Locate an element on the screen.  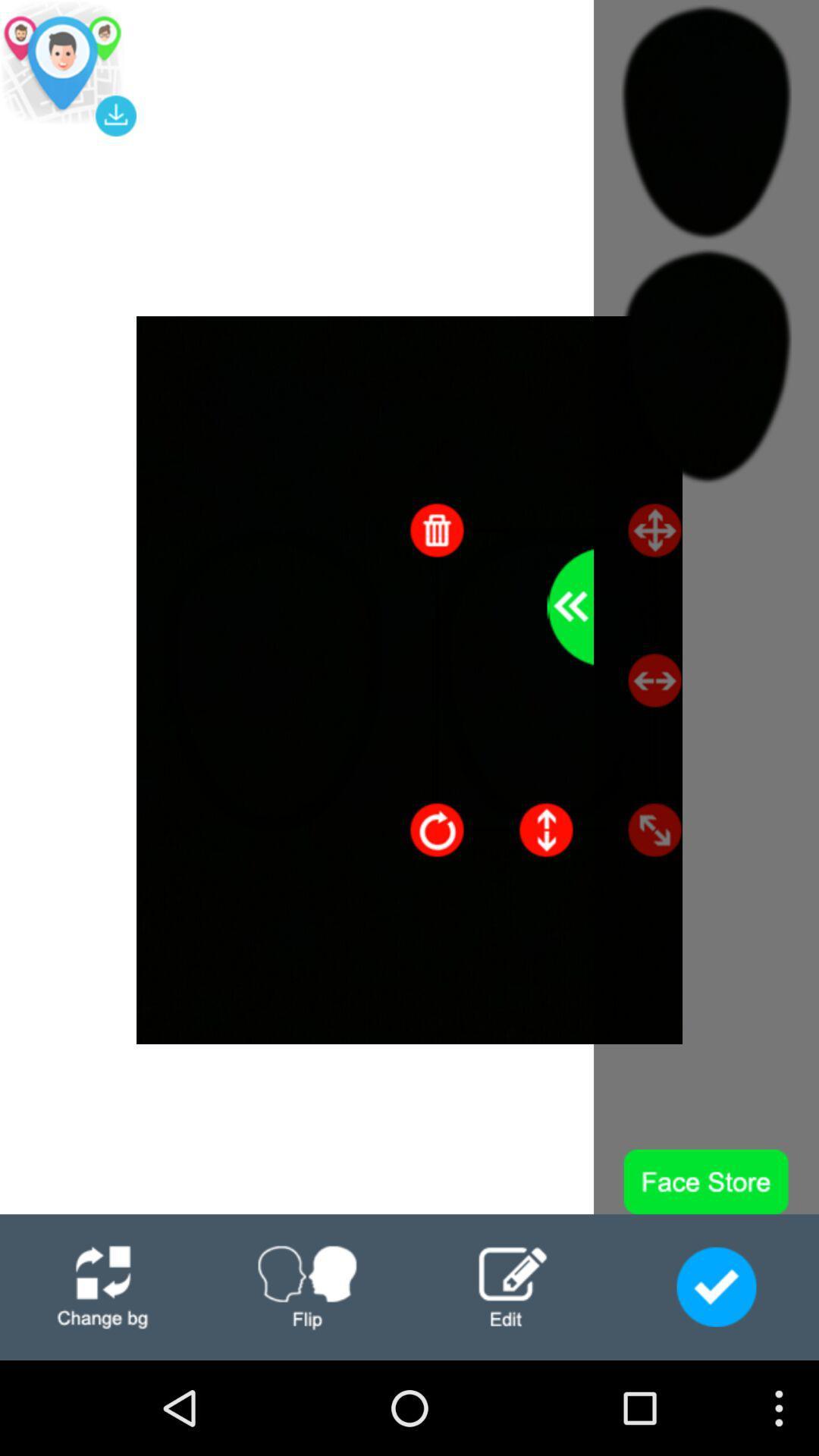
menu option is located at coordinates (102, 1286).